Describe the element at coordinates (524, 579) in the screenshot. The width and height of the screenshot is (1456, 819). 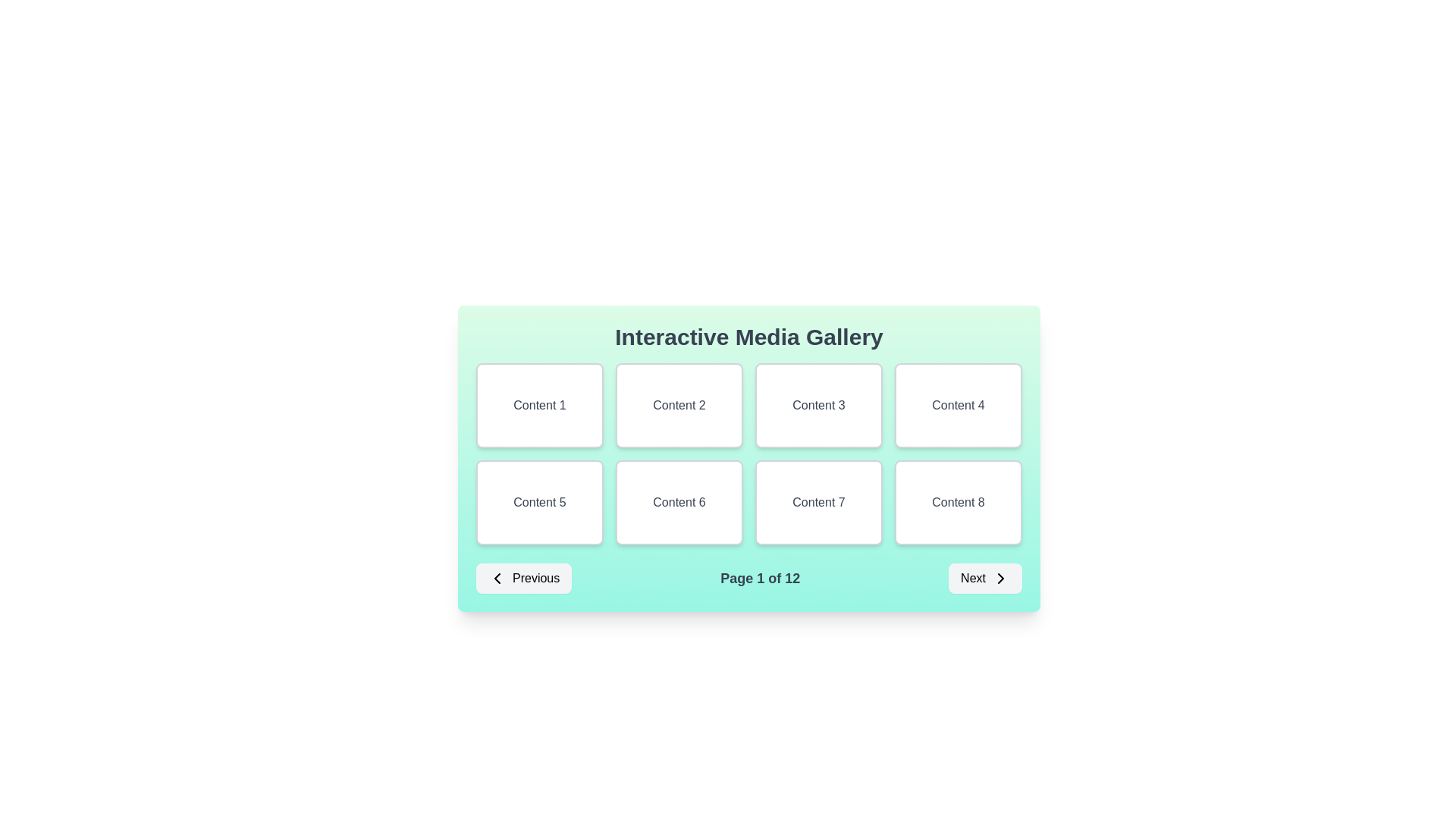
I see `the 'Previous' button, which is a rounded rectangular button with a light gray background located at the bottom-left corner of the pagination bar` at that location.